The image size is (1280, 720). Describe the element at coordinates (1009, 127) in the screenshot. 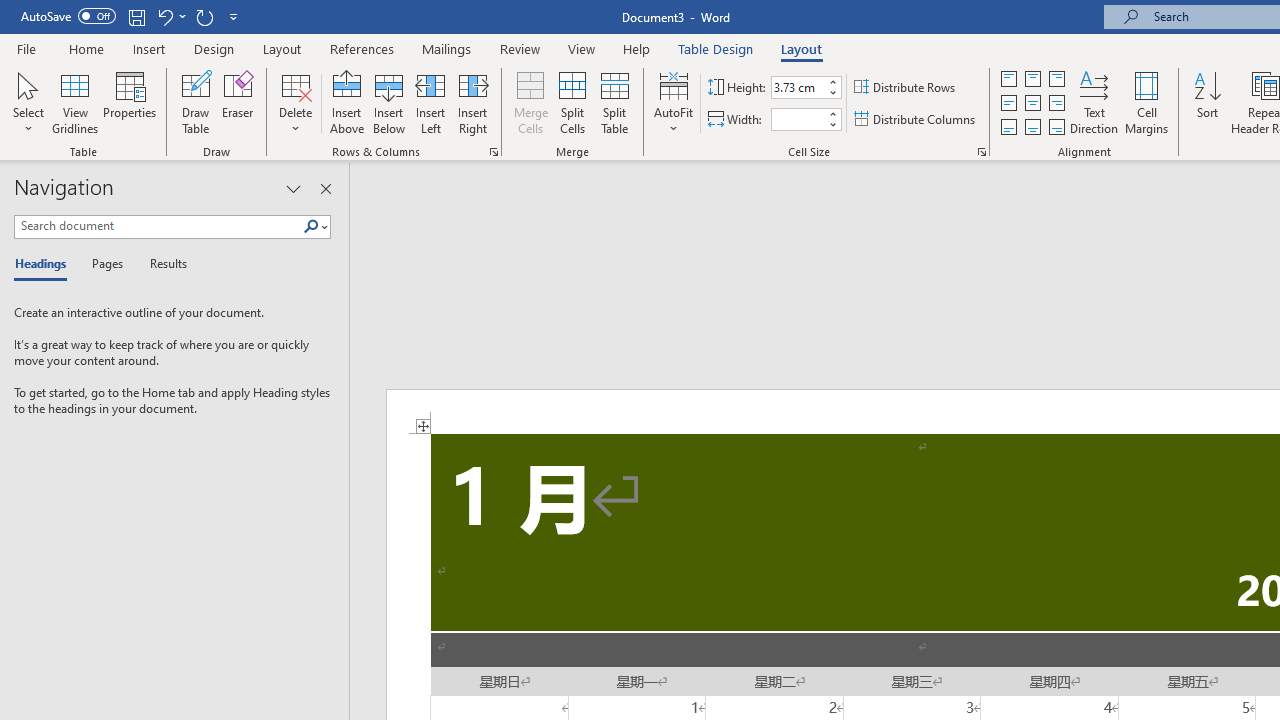

I see `'Align Bottom Justified'` at that location.